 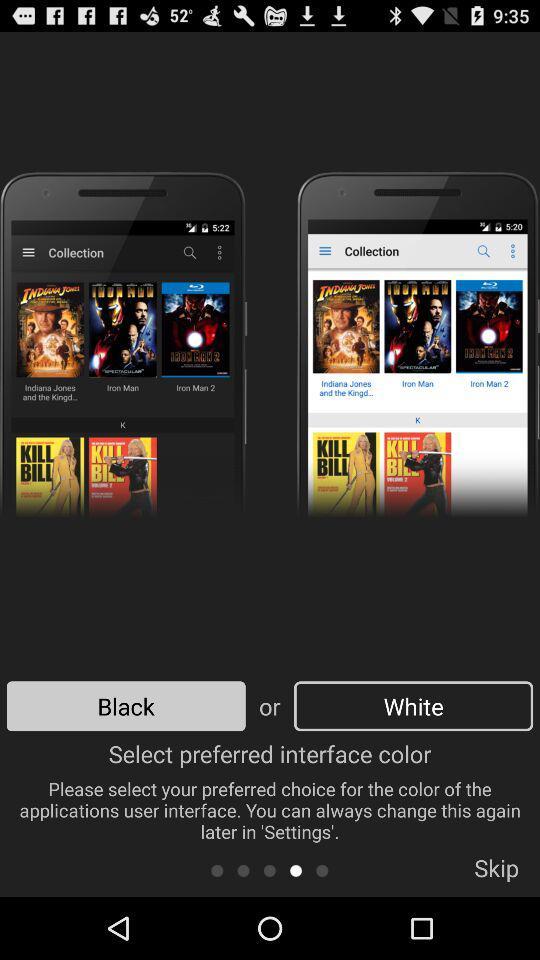 What do you see at coordinates (269, 869) in the screenshot?
I see `item below the select preferred interface icon` at bounding box center [269, 869].